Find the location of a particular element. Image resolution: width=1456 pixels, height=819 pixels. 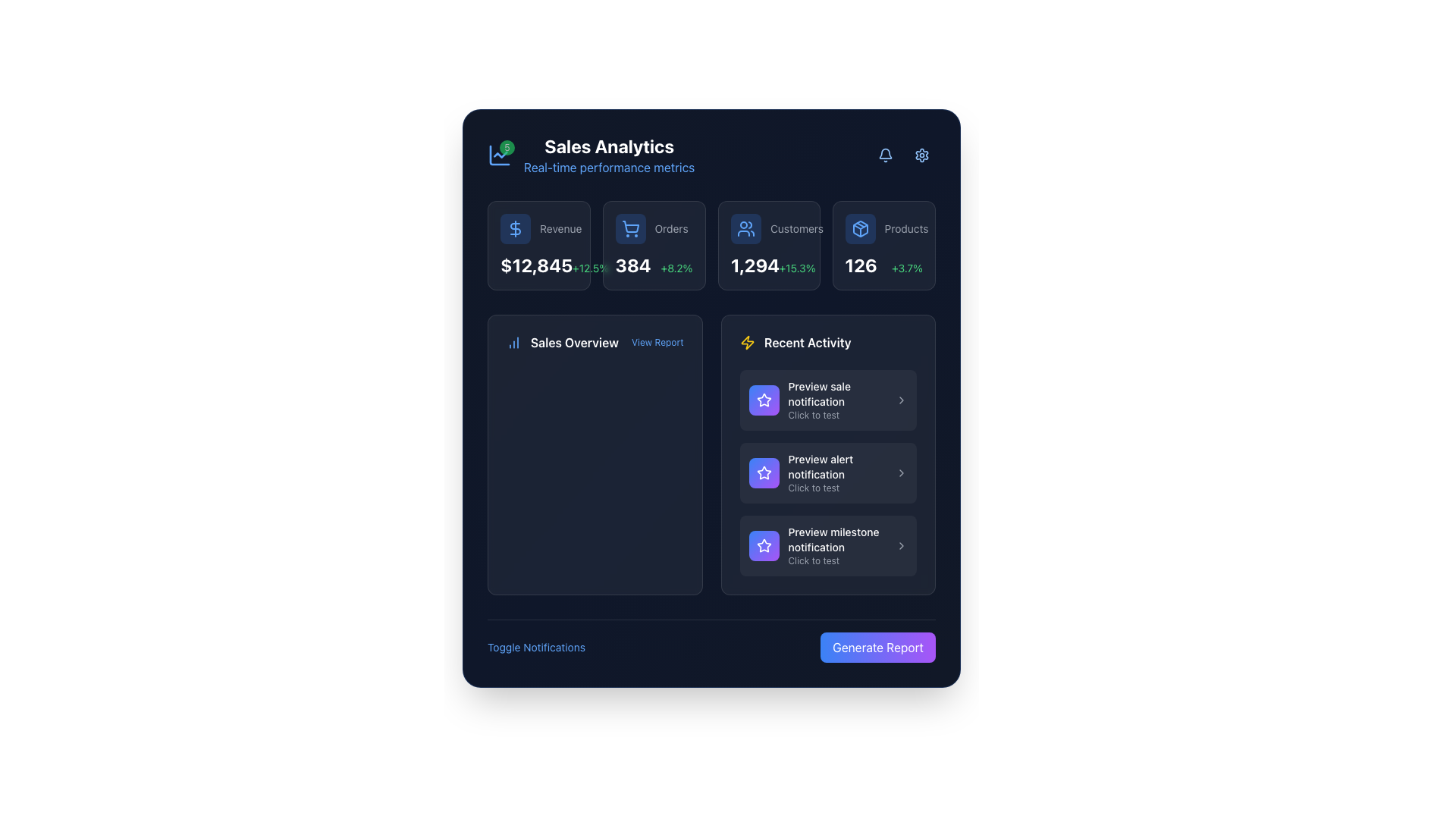

the Icon Button with a white star icon located in the second item of the 'Recent Activity' section, positioned to the left of the 'Preview alert notification' text, if interactive action is enabled is located at coordinates (764, 472).